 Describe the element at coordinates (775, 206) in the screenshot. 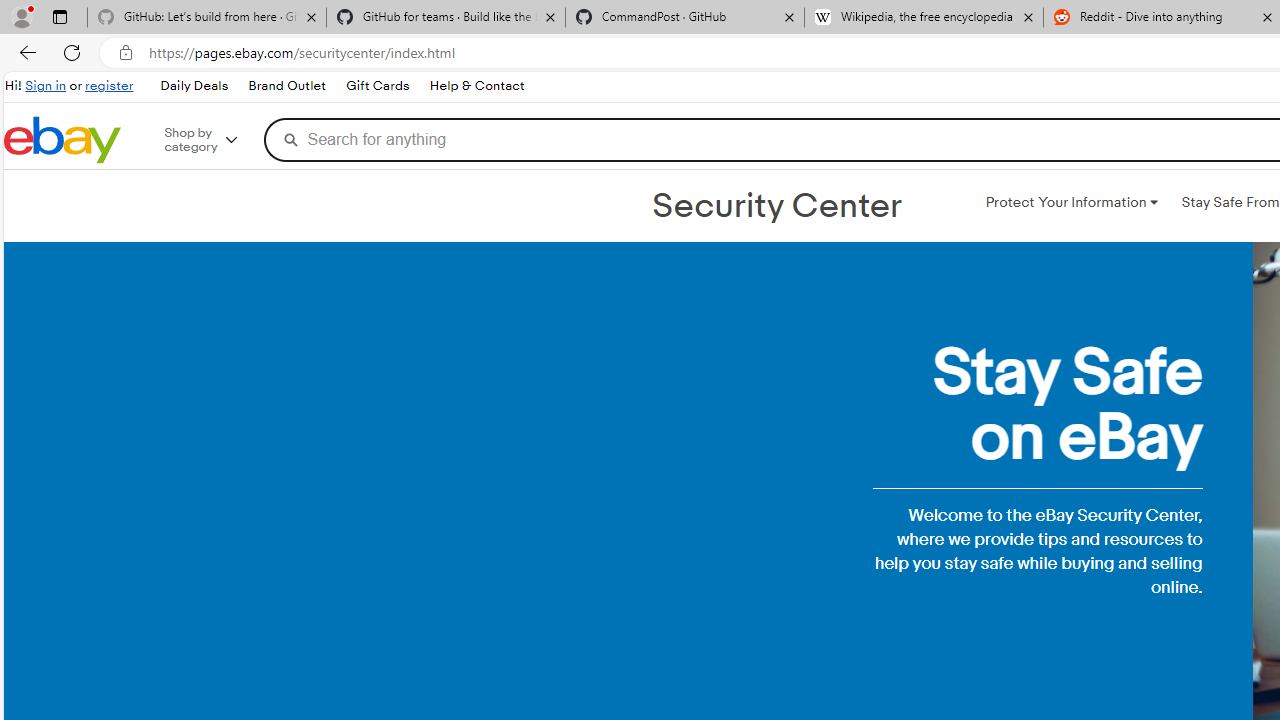

I see `'Security Center'` at that location.